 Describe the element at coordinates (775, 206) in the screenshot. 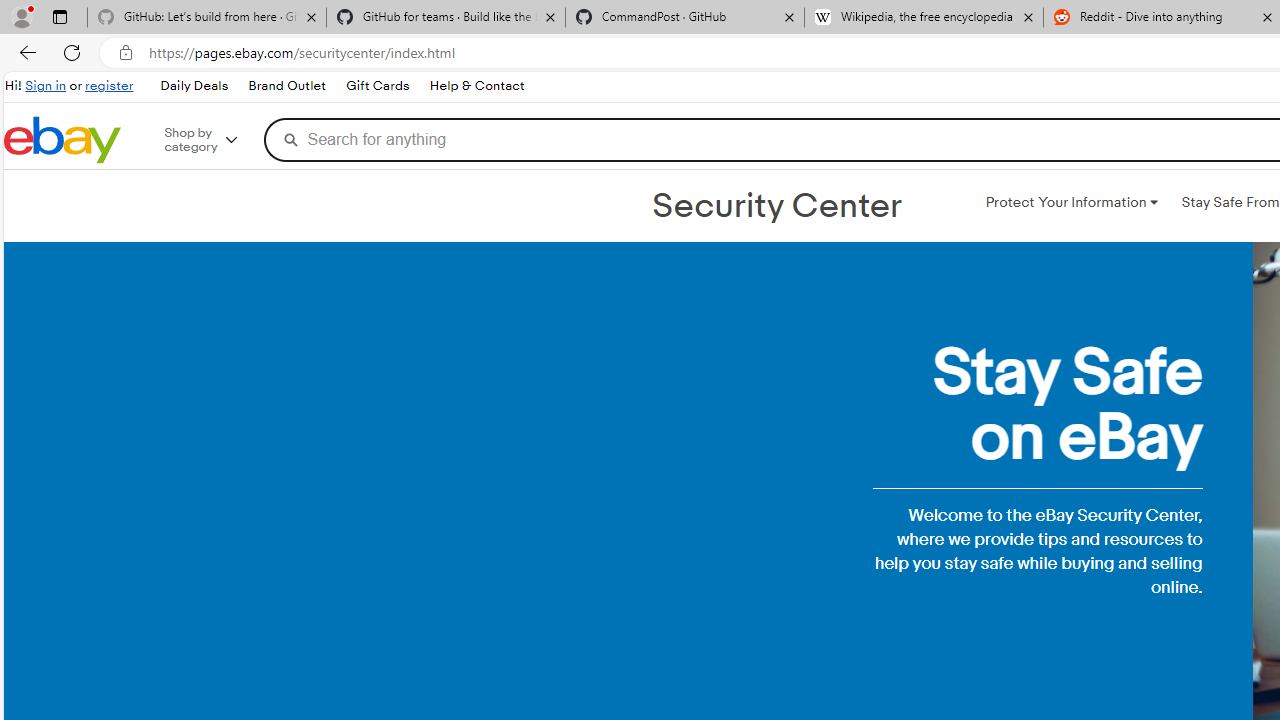

I see `'Security Center'` at that location.